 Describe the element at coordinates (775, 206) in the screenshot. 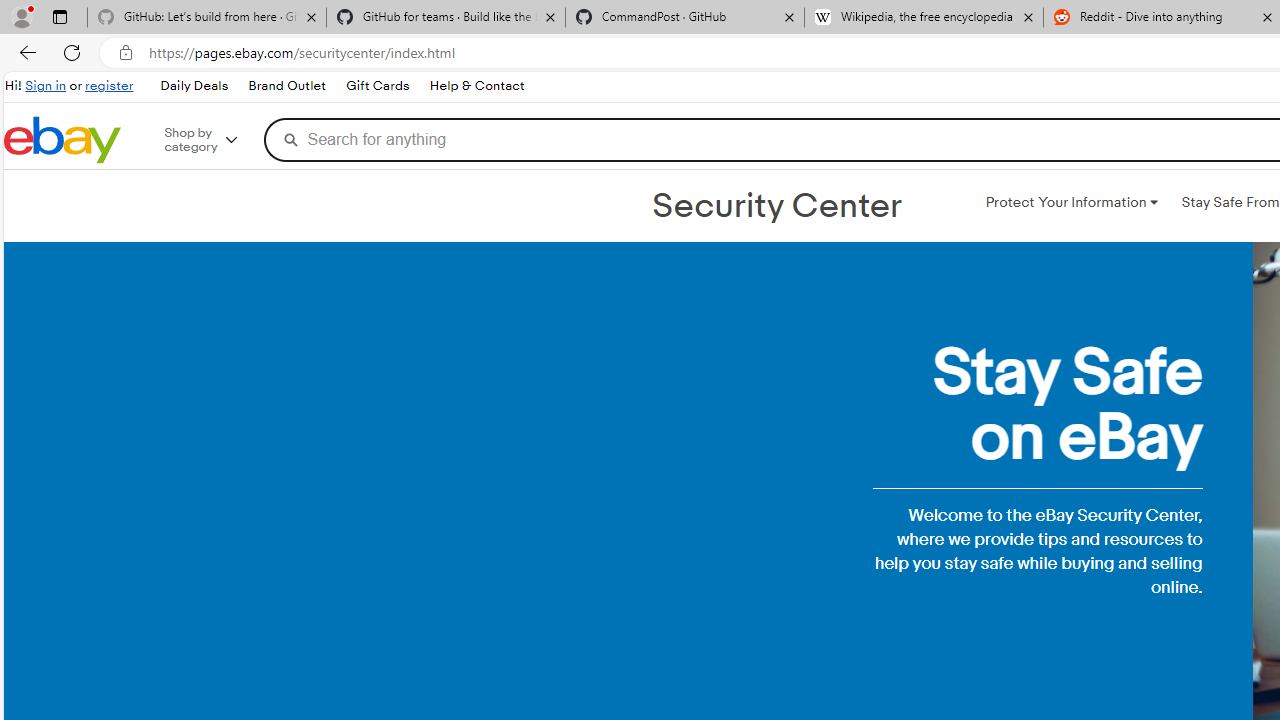

I see `'Security Center'` at that location.